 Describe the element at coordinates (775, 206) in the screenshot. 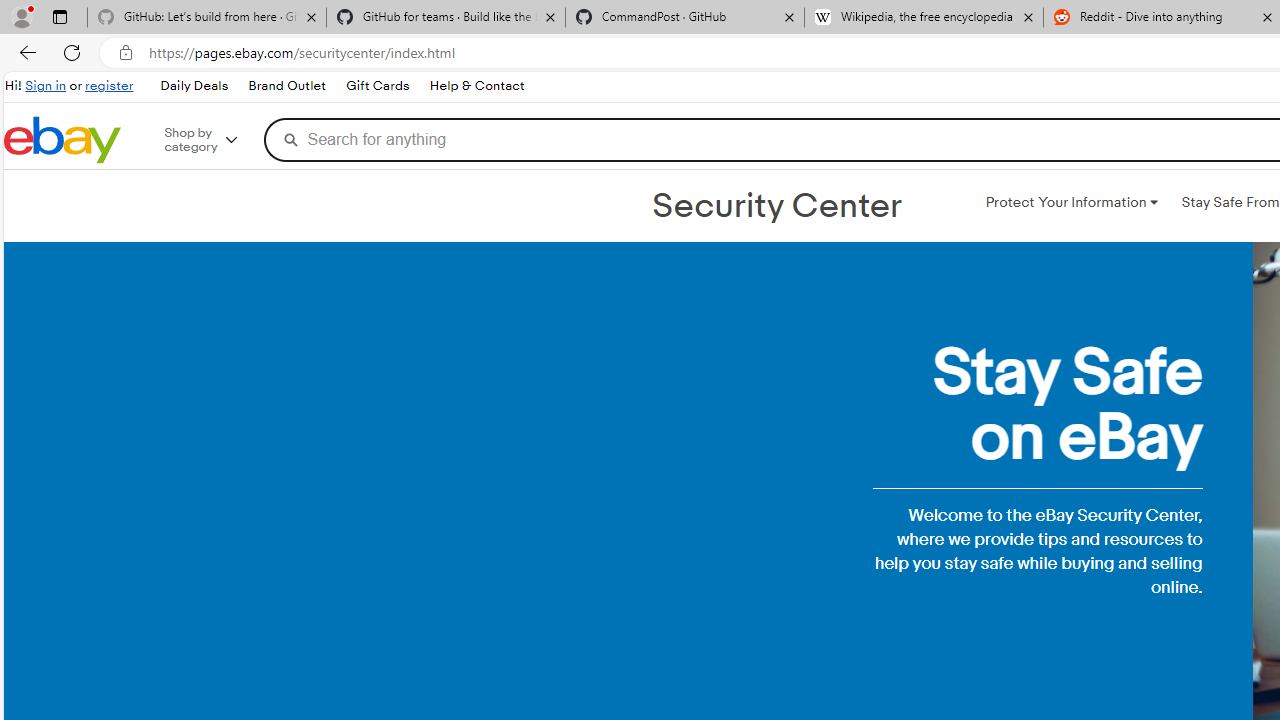

I see `'Security Center'` at that location.